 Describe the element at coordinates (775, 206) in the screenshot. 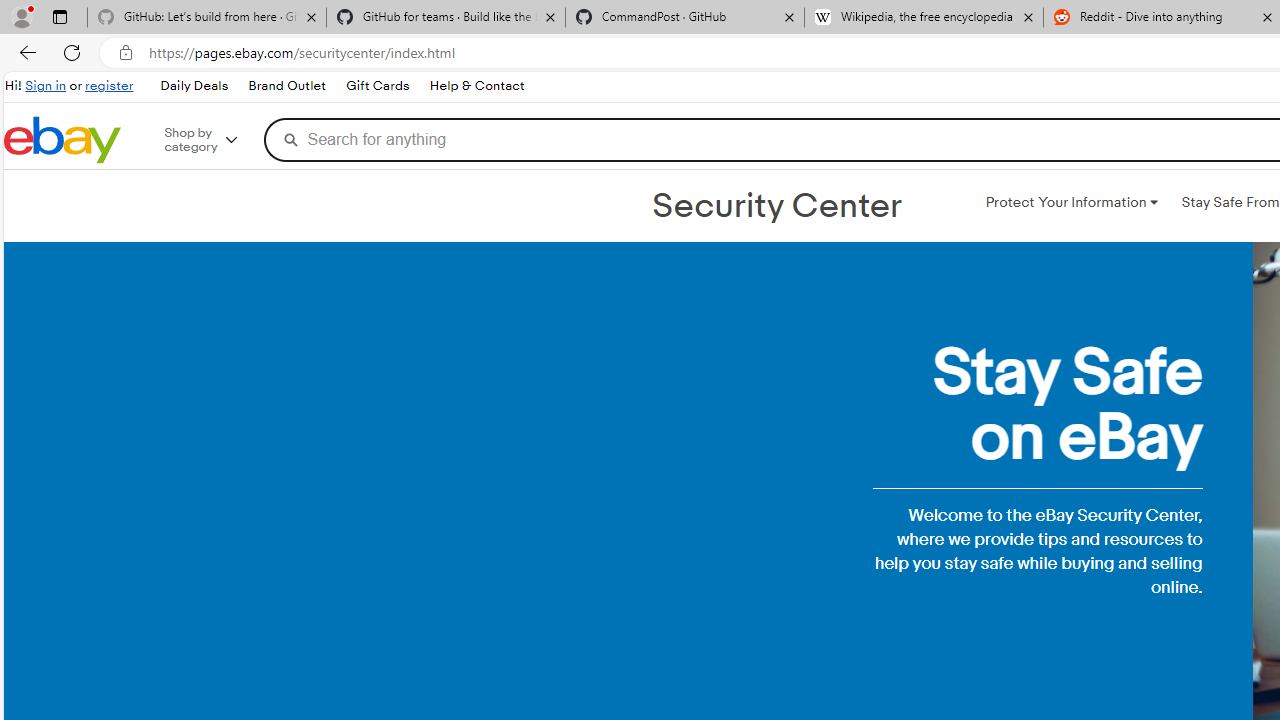

I see `'Security Center'` at that location.